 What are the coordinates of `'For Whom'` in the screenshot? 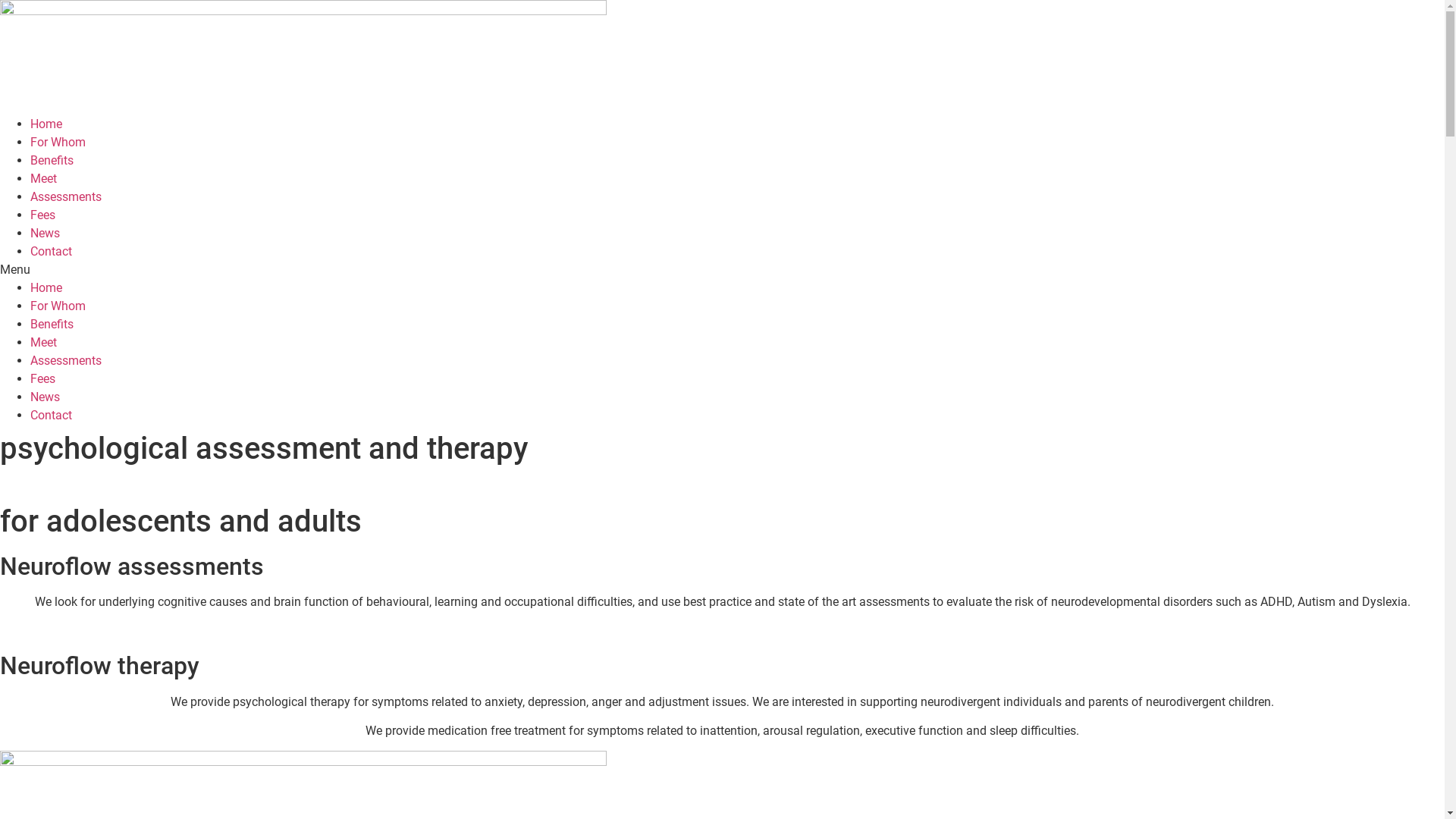 It's located at (30, 306).